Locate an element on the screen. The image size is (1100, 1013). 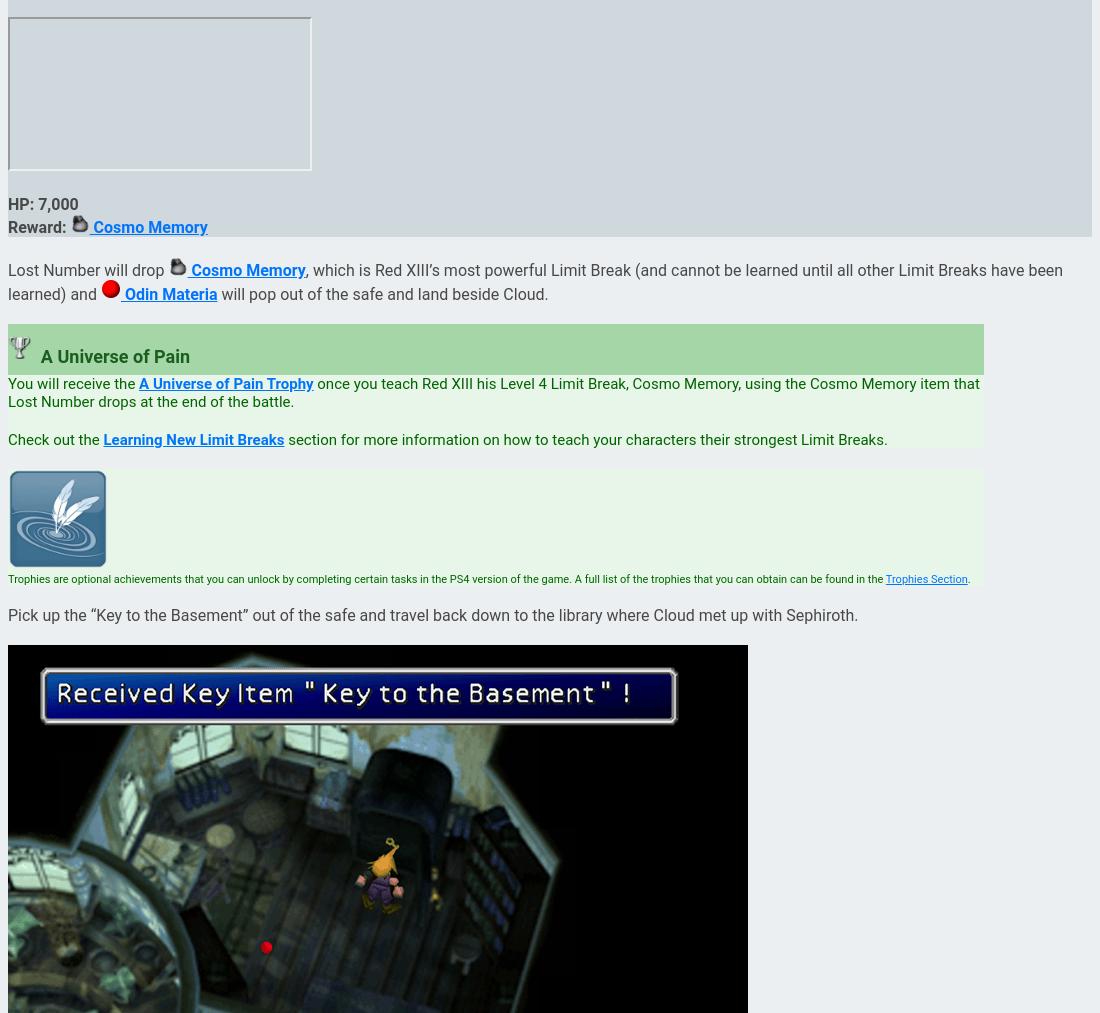
'A Universe of Pain' is located at coordinates (112, 356).